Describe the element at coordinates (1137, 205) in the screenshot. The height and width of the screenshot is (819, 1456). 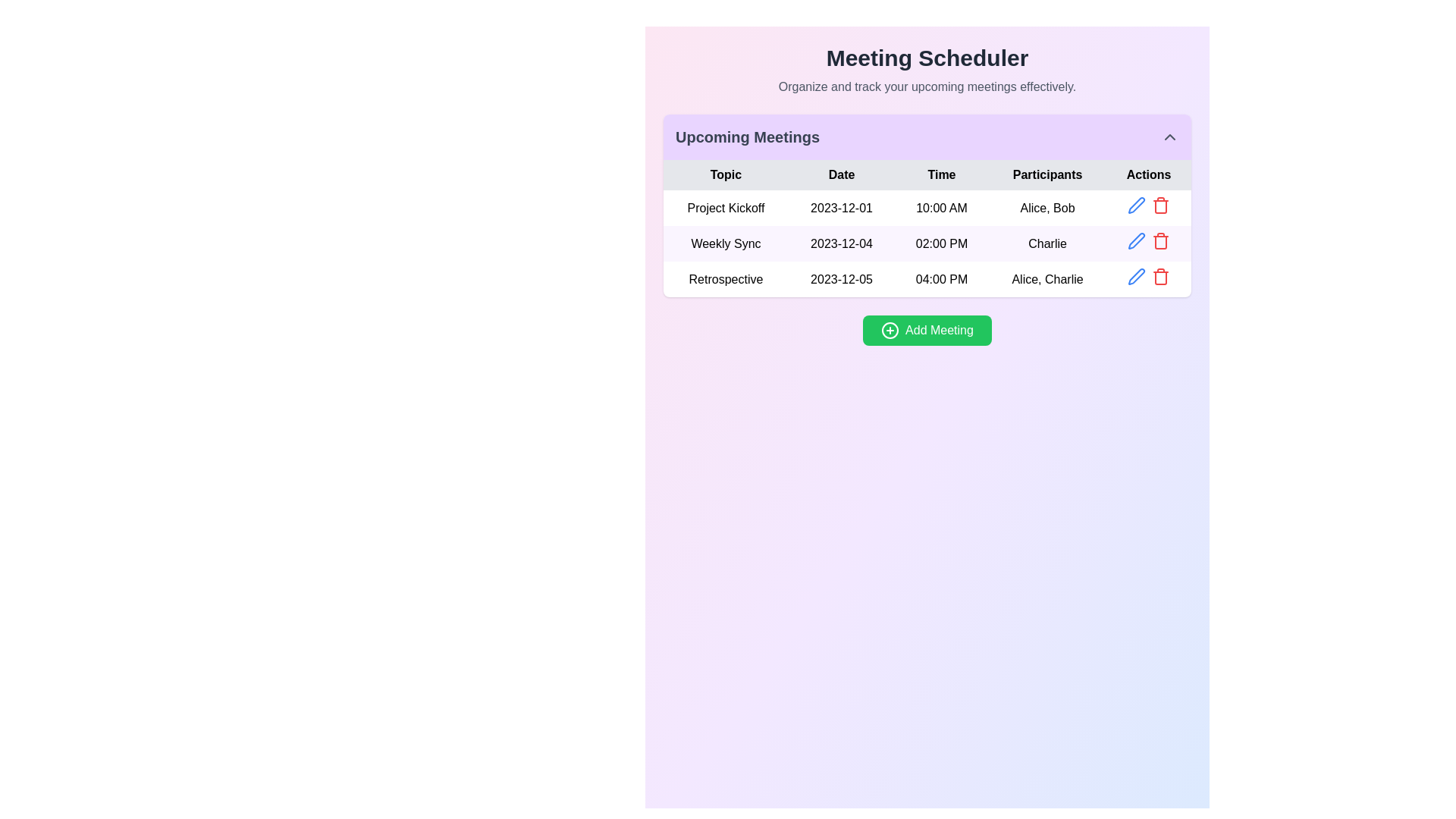
I see `the edit icon (pen) located in the 'Actions' column of the table for the meeting titled 'Weekly Sync' to modify the meeting details` at that location.